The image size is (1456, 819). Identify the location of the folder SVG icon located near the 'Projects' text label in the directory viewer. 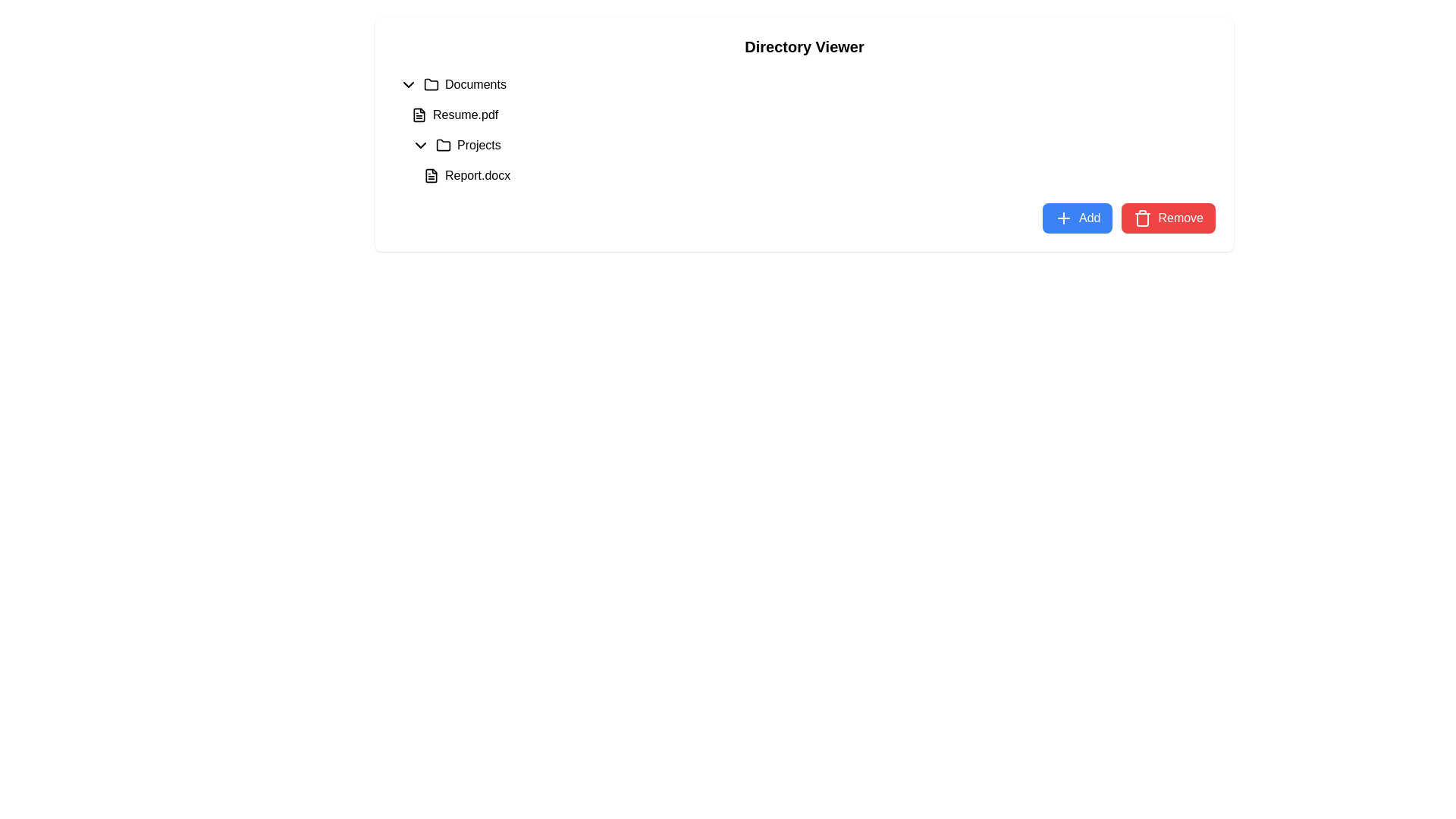
(443, 146).